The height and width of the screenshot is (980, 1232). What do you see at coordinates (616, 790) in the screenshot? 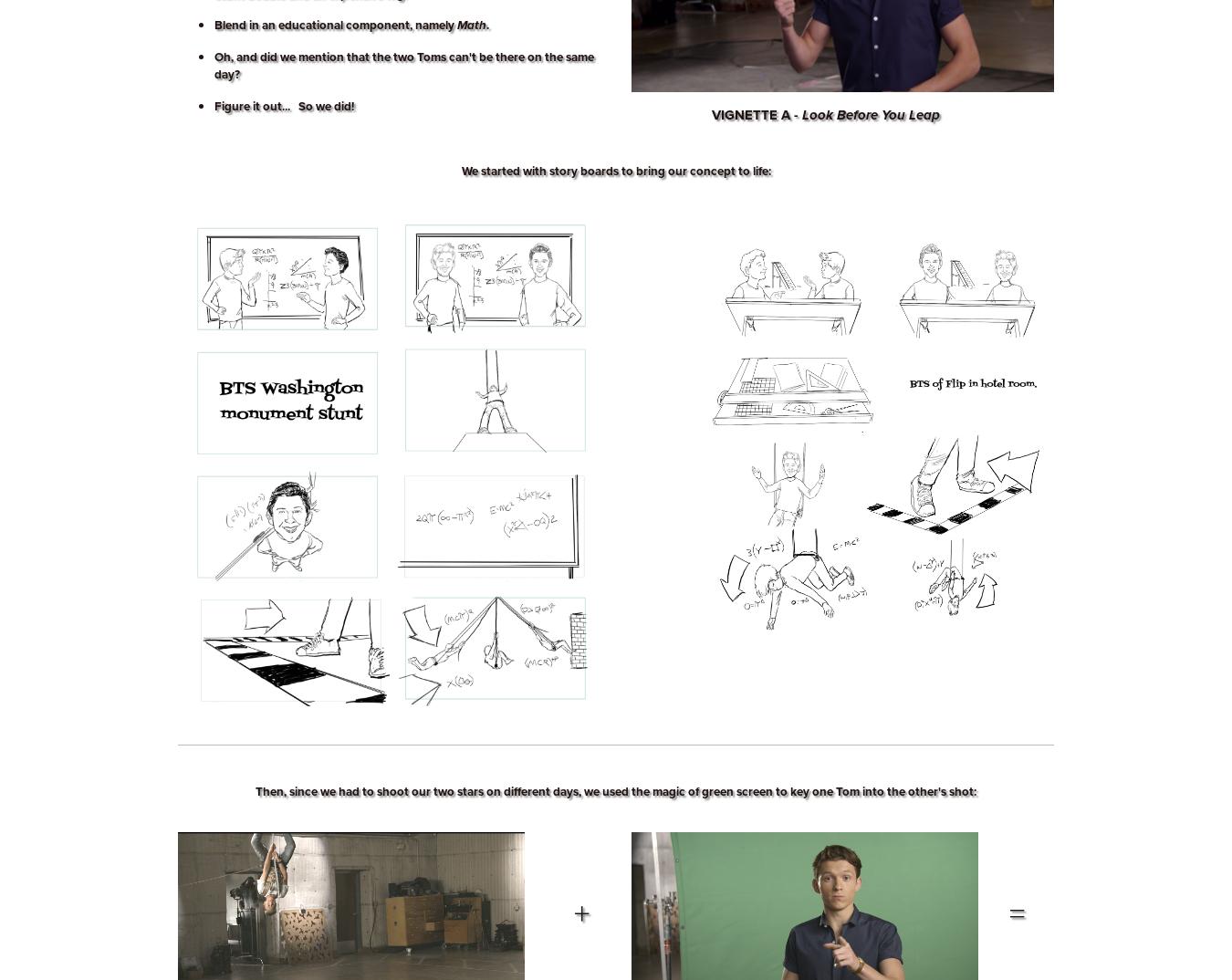
I see `'Then, since we had to shoot our two stars on different days, we used the magic of green screen to key one Tom into the other's shot:'` at bounding box center [616, 790].